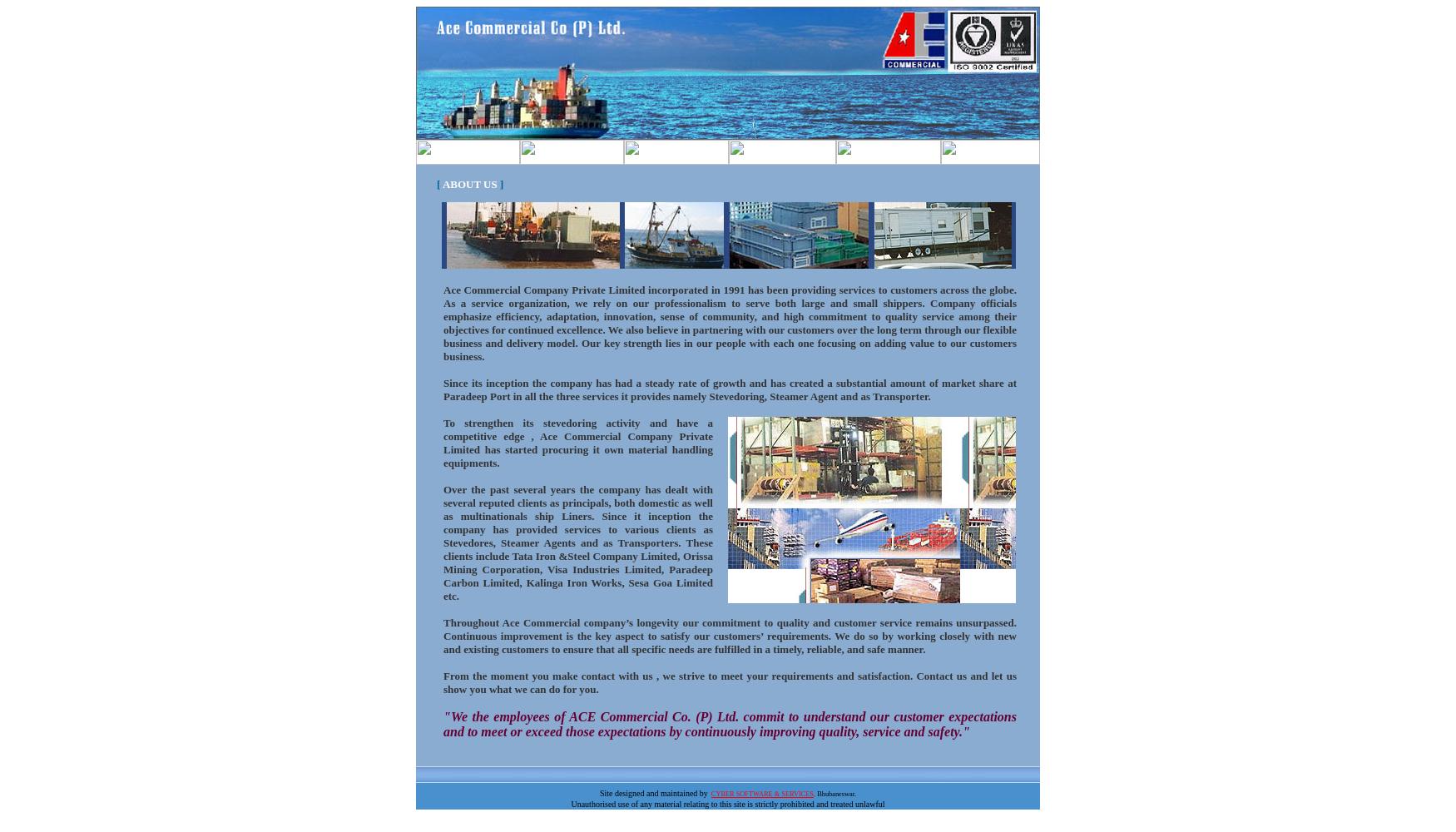 Image resolution: width=1456 pixels, height=832 pixels. I want to click on '[', so click(438, 183).